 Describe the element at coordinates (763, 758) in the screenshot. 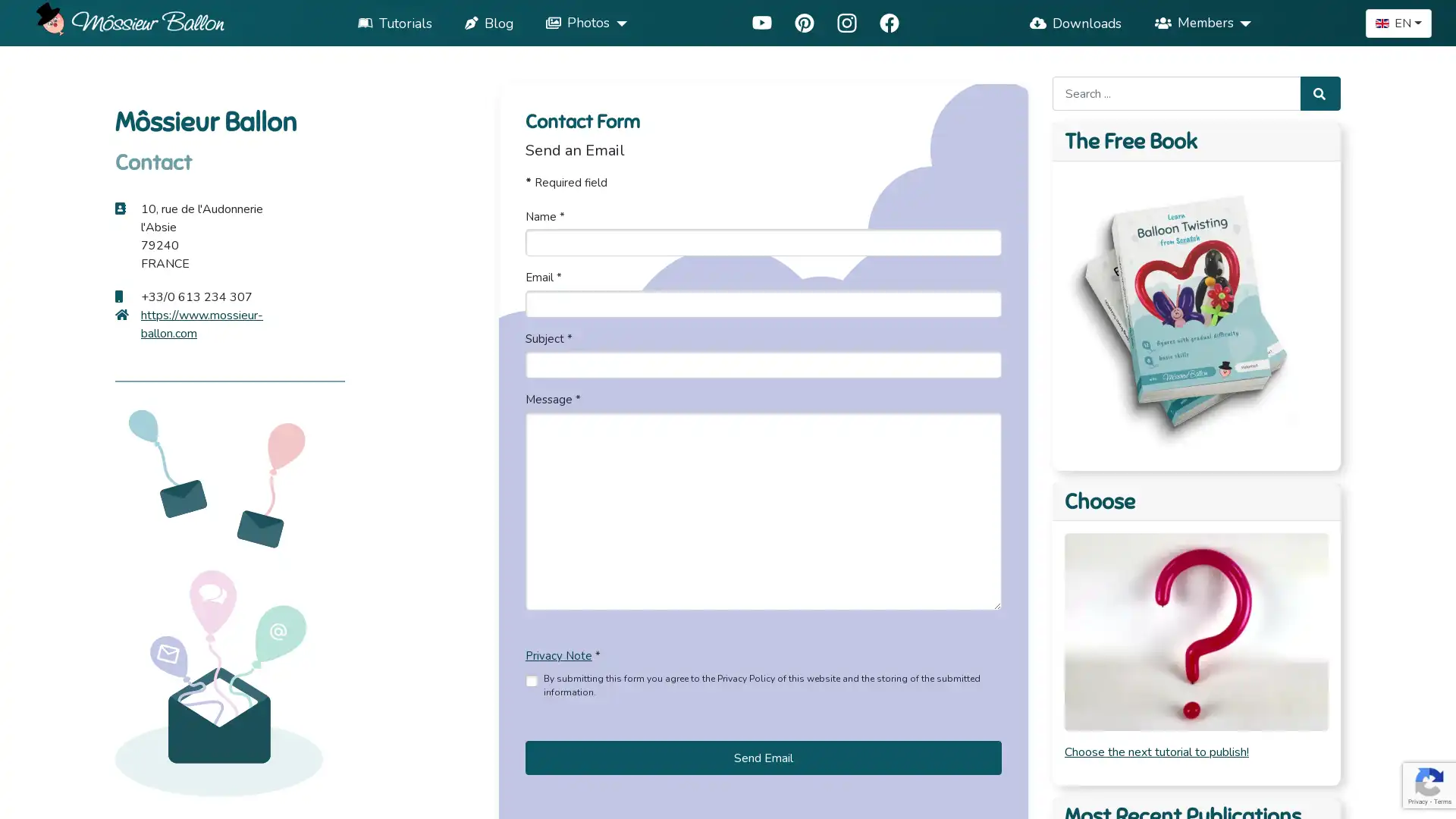

I see `Send Email` at that location.